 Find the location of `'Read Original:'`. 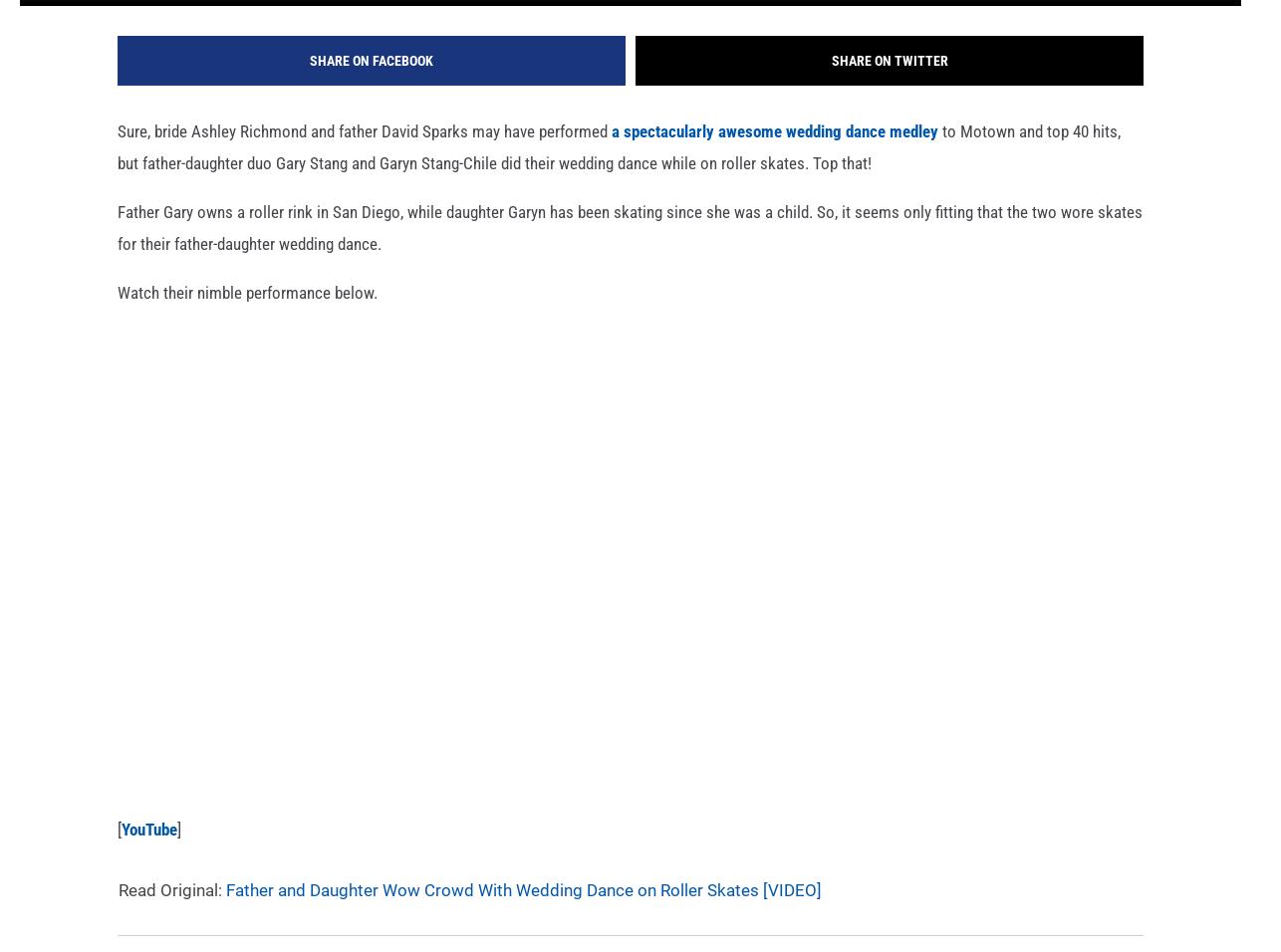

'Read Original:' is located at coordinates (171, 917).